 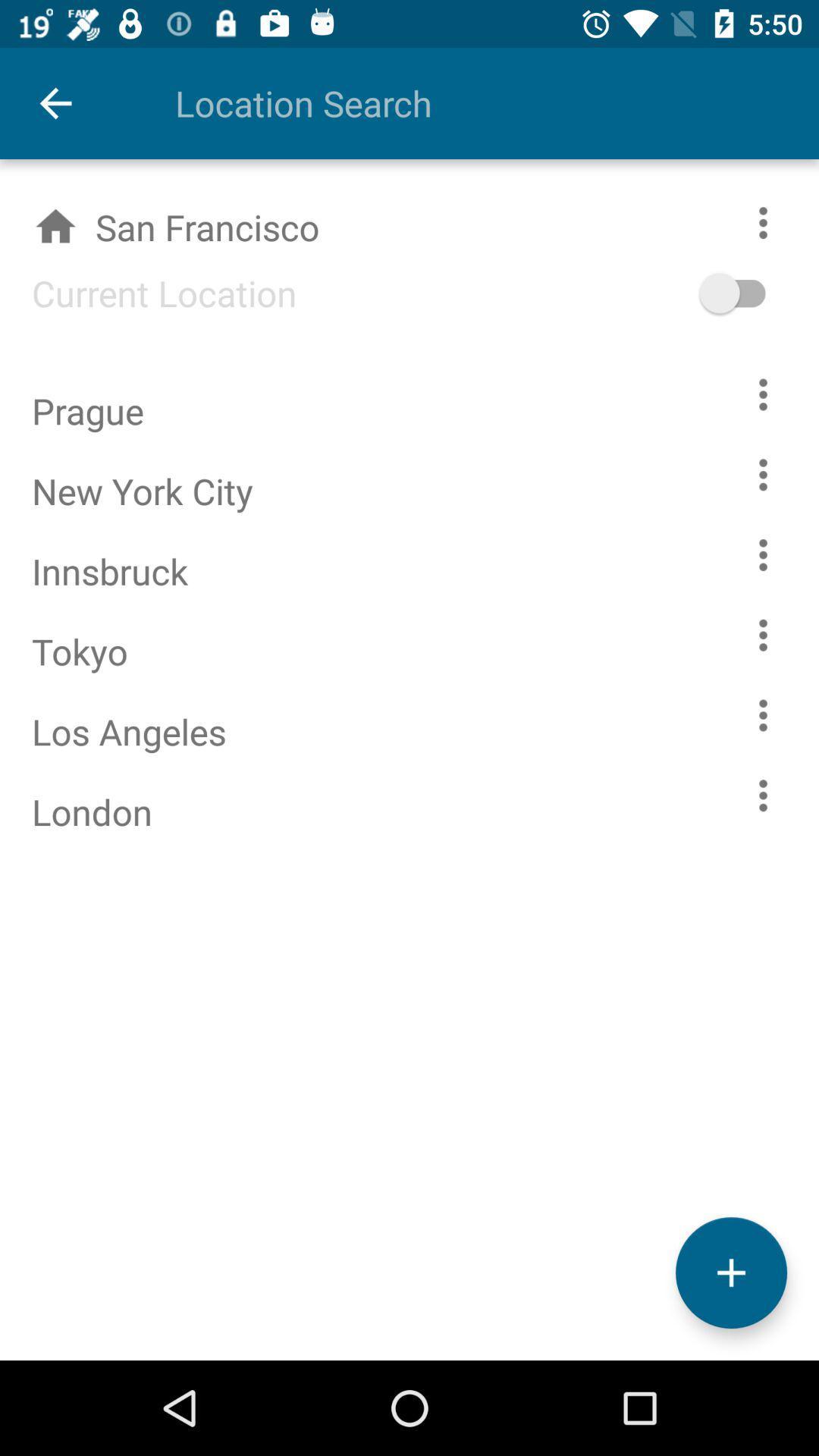 I want to click on the icon at the bottom right corner, so click(x=730, y=1272).